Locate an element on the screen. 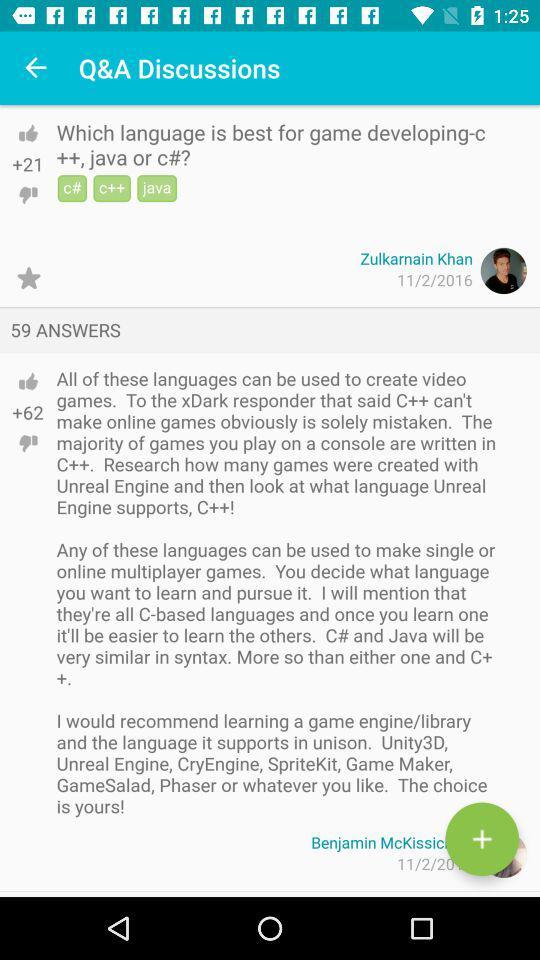 The width and height of the screenshot is (540, 960). the add icon is located at coordinates (481, 839).